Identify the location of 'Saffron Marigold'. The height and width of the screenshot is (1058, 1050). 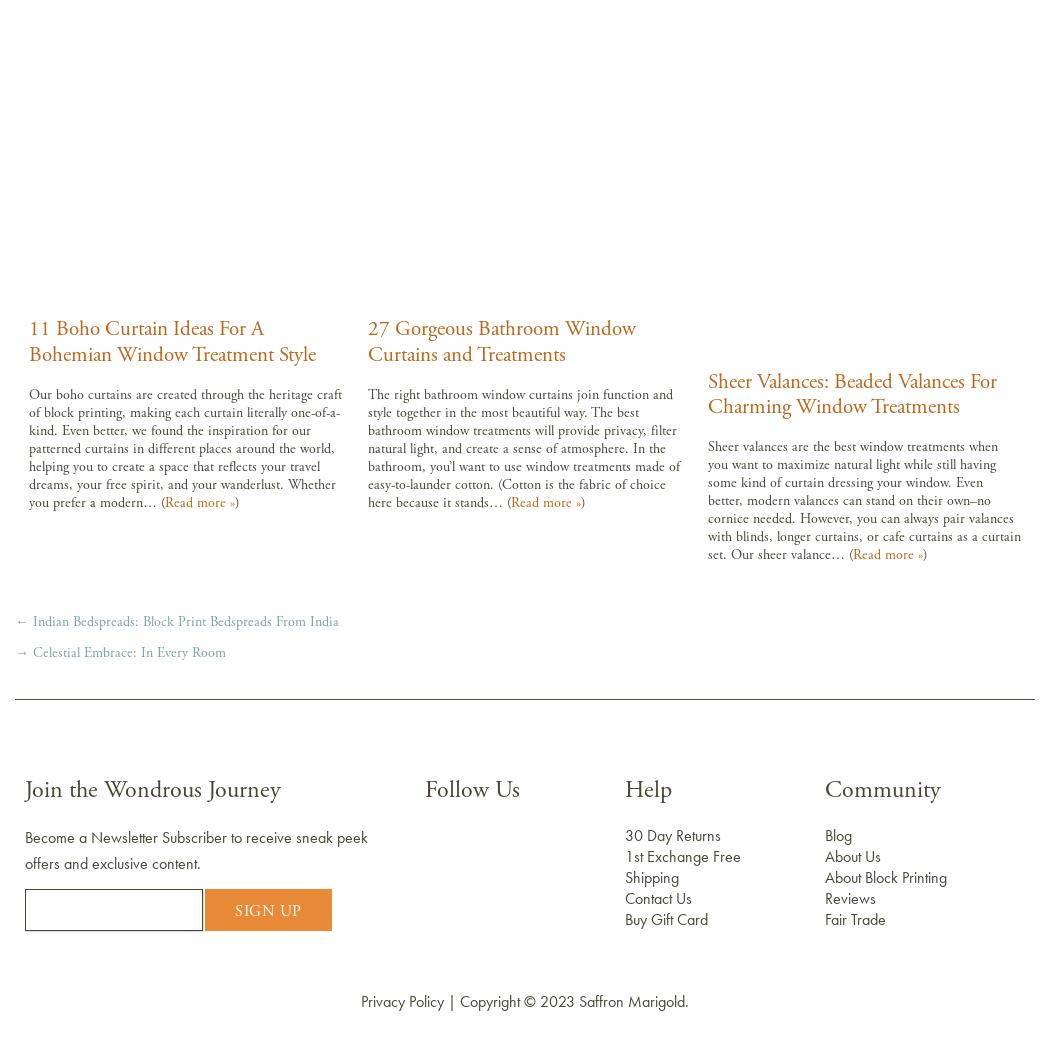
(631, 1000).